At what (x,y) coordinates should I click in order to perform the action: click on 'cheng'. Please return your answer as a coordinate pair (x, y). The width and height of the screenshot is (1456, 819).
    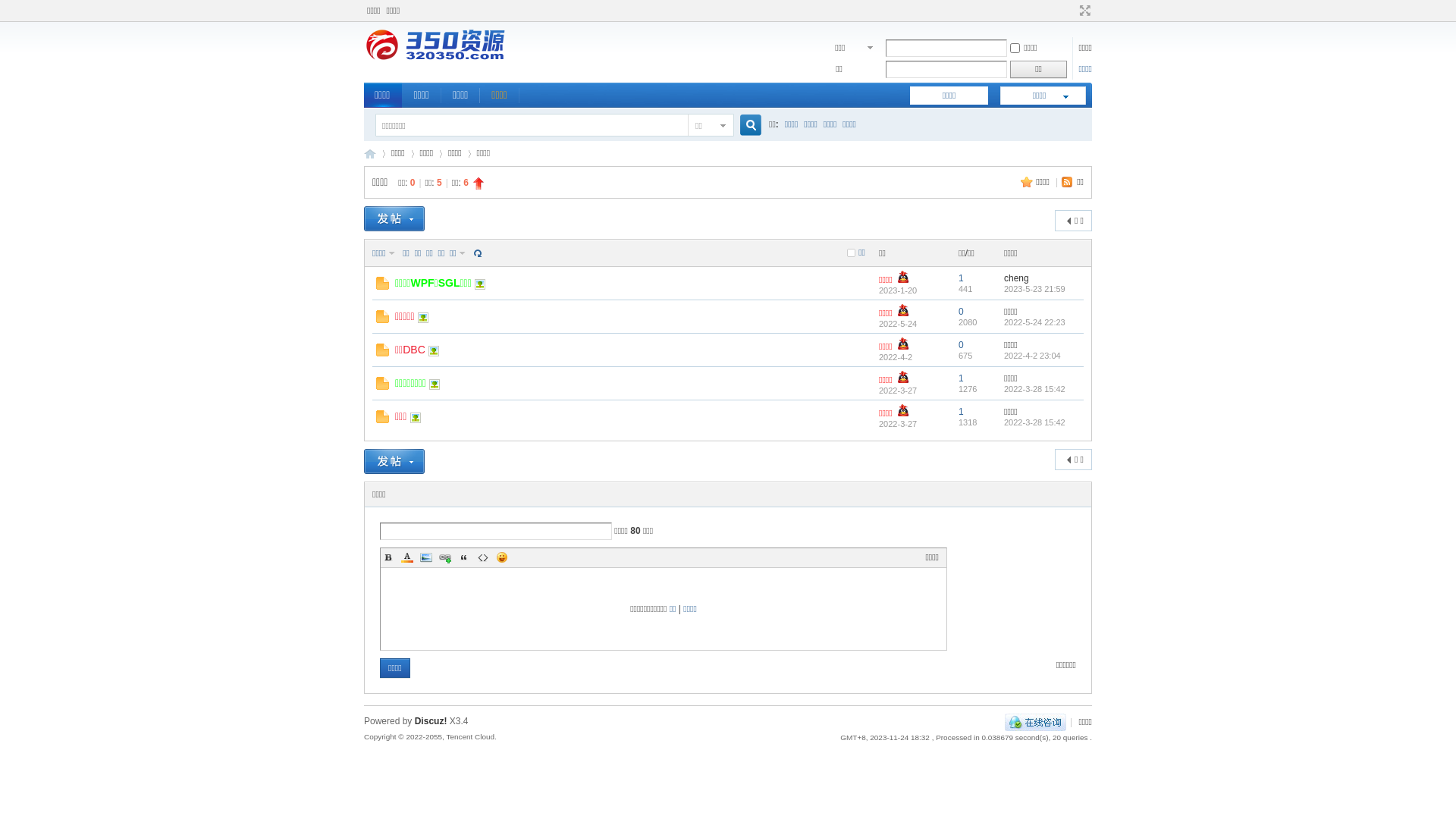
    Looking at the image, I should click on (1016, 278).